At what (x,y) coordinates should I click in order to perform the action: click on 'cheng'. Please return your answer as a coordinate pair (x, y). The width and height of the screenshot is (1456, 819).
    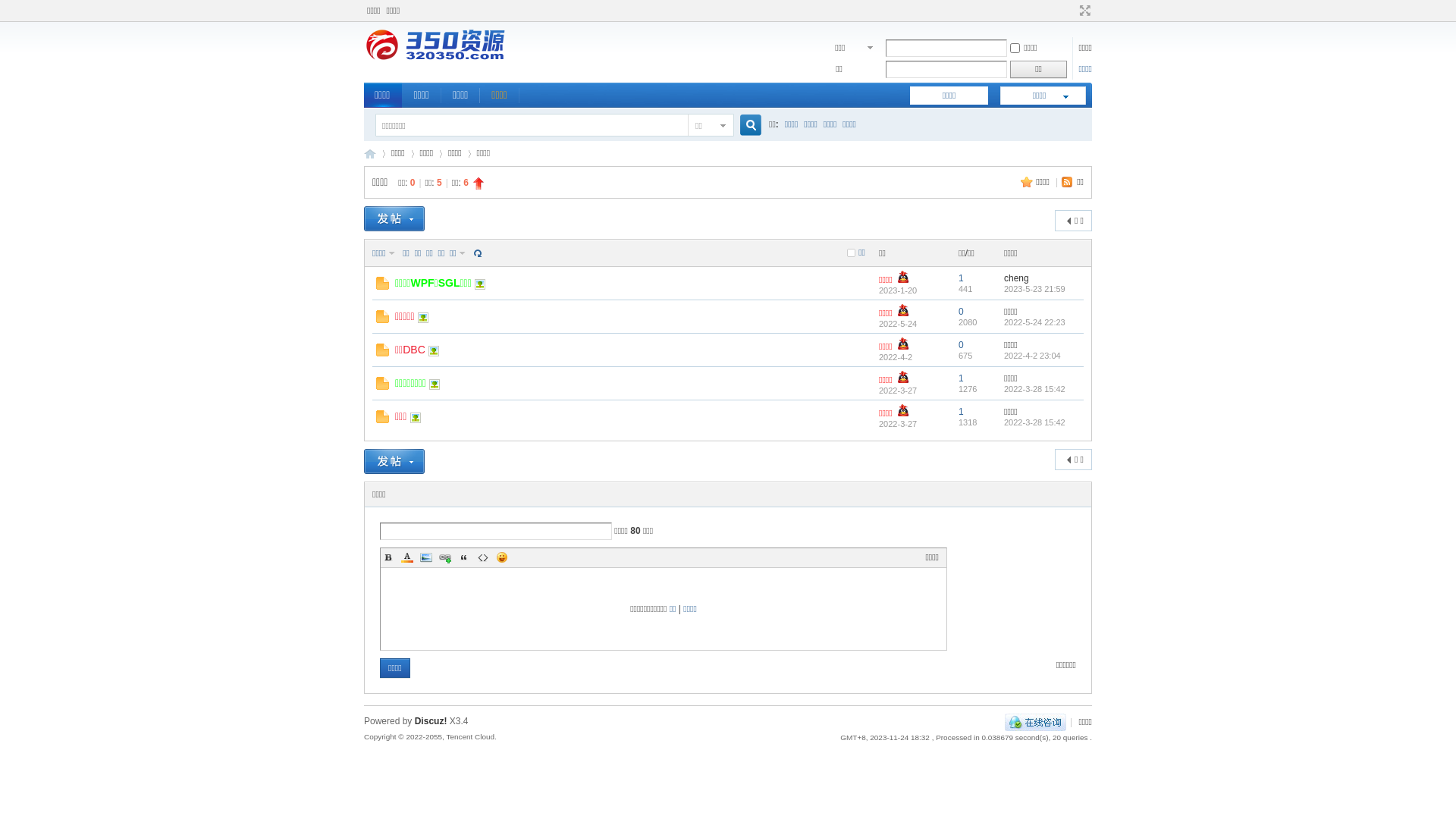
    Looking at the image, I should click on (1016, 278).